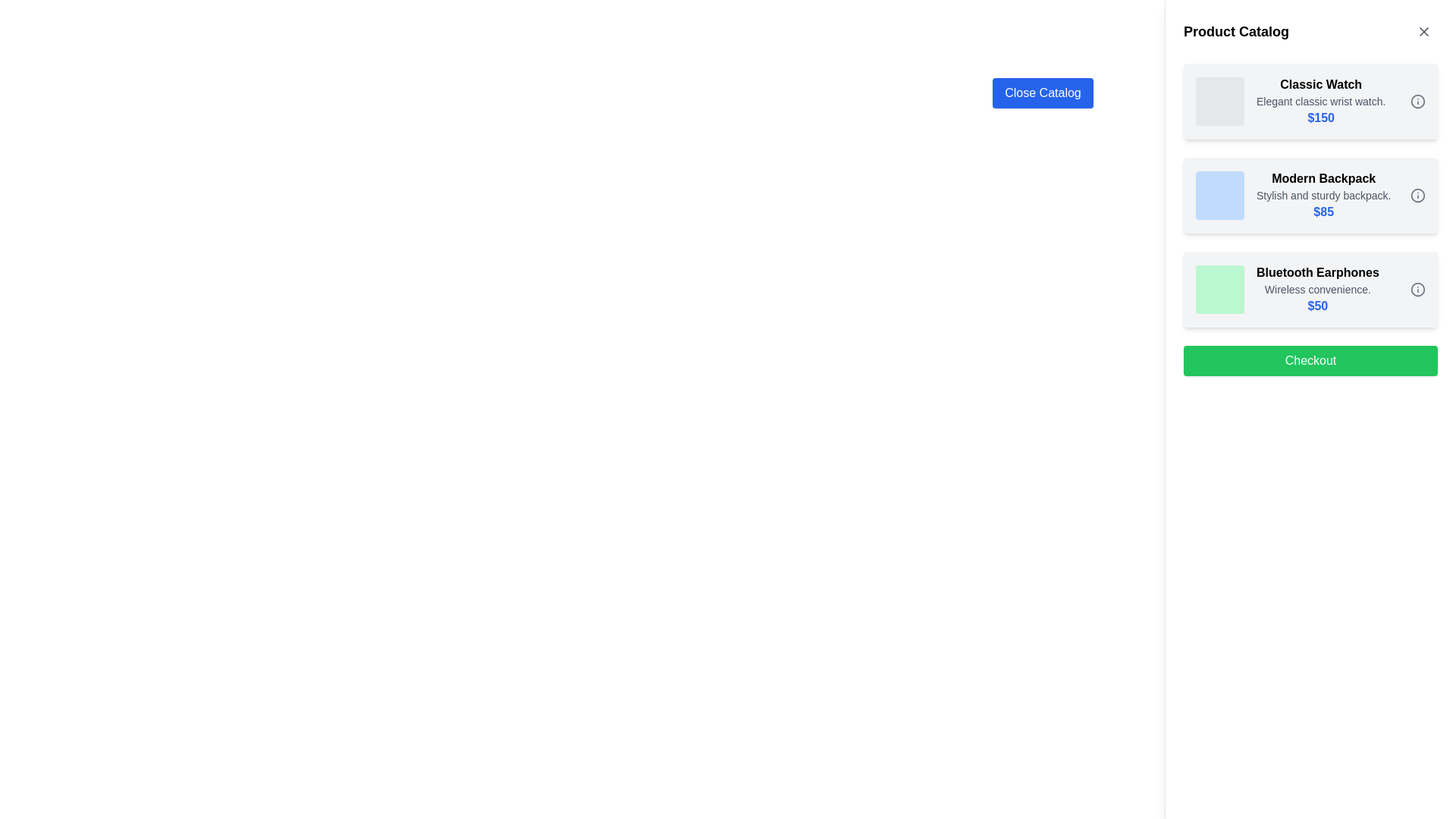 The height and width of the screenshot is (819, 1456). I want to click on the product label group for 'Bluetooth Earphones', so click(1316, 289).